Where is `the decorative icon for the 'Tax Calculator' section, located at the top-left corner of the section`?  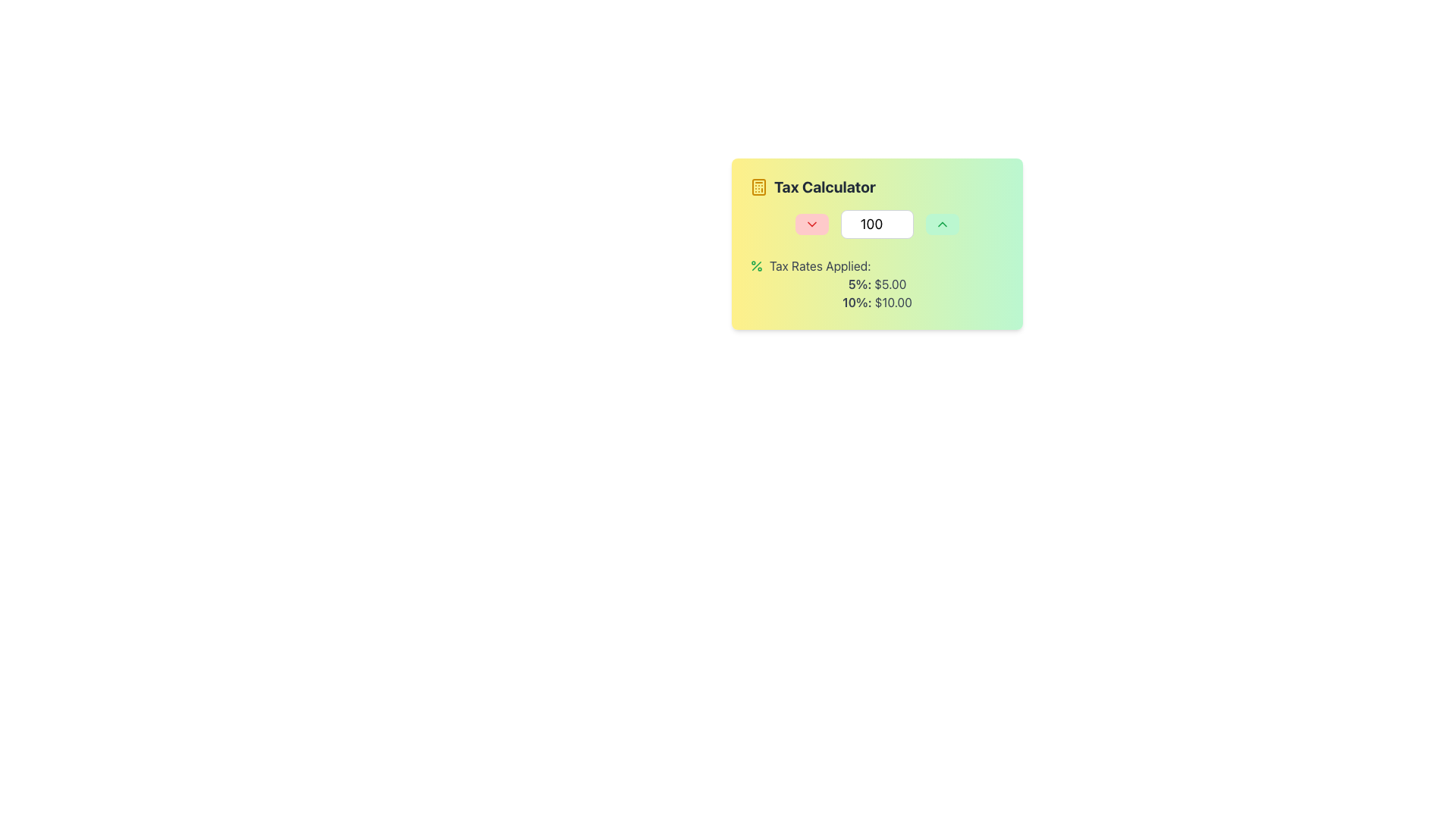 the decorative icon for the 'Tax Calculator' section, located at the top-left corner of the section is located at coordinates (759, 186).